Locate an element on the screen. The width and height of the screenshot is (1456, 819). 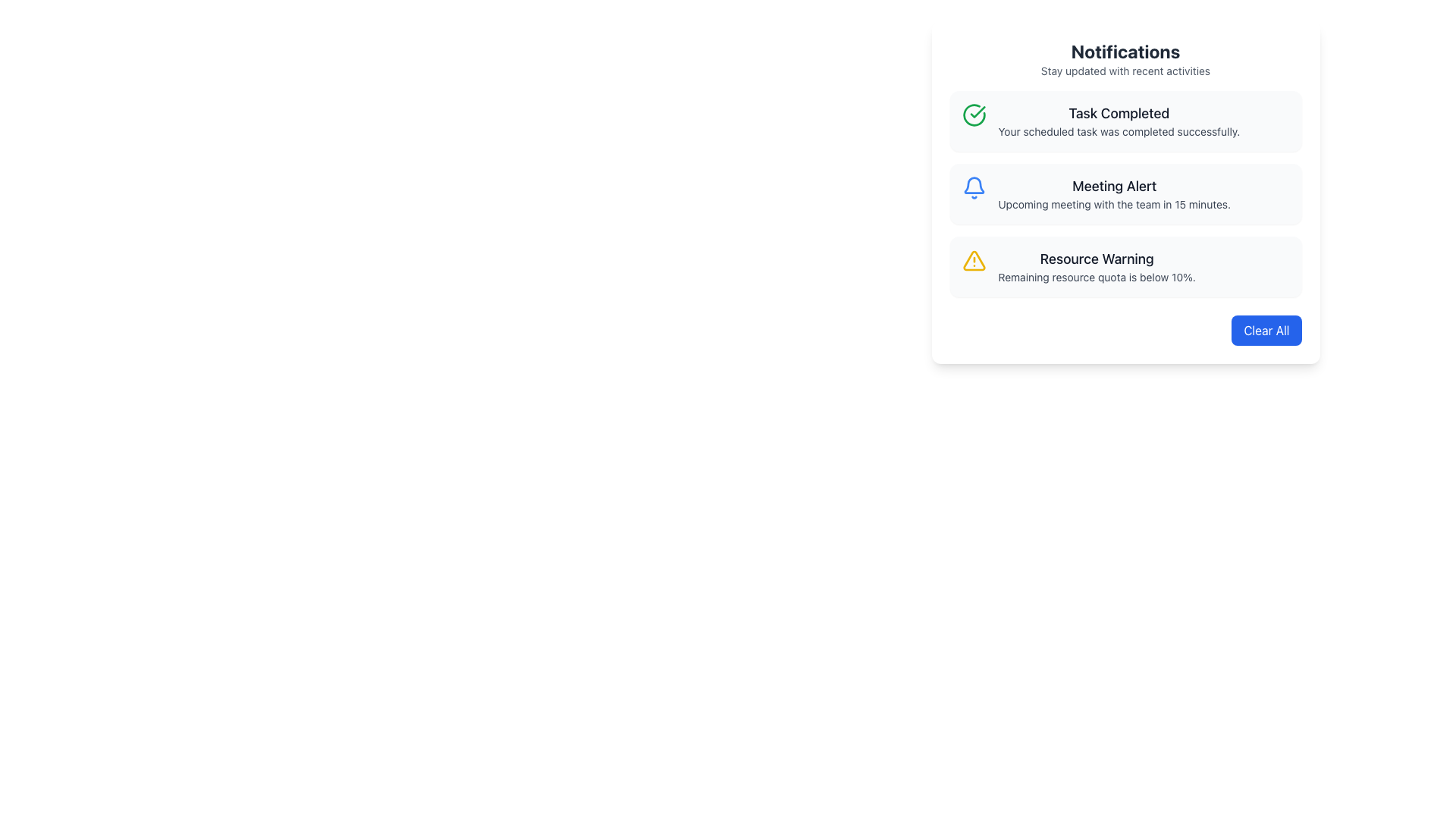
the success icon located in the leftmost section of the 'Task Completed' notification box to visually reinforce the completion status of the task is located at coordinates (974, 114).